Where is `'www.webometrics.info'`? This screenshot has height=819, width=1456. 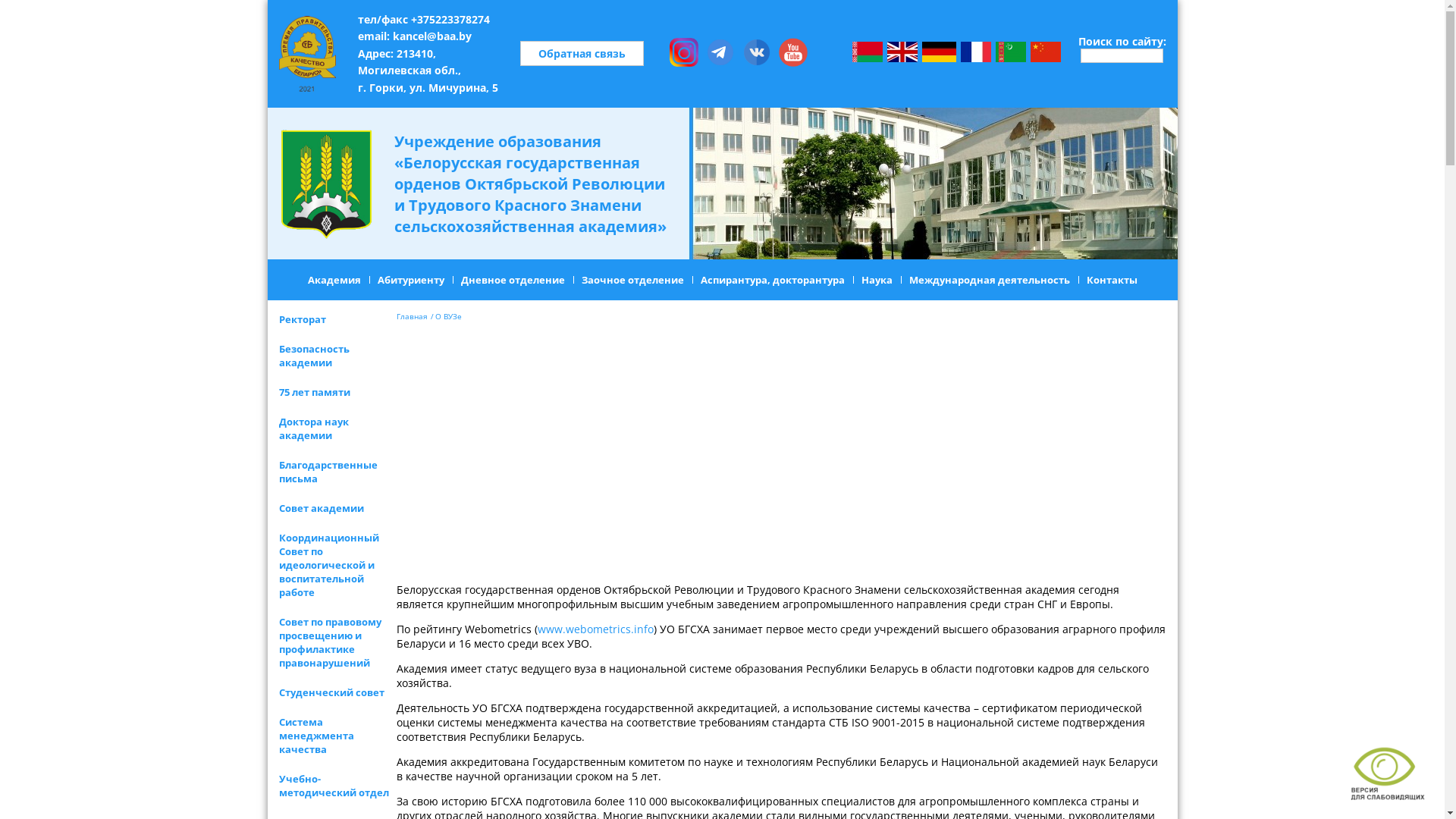 'www.webometrics.info' is located at coordinates (594, 629).